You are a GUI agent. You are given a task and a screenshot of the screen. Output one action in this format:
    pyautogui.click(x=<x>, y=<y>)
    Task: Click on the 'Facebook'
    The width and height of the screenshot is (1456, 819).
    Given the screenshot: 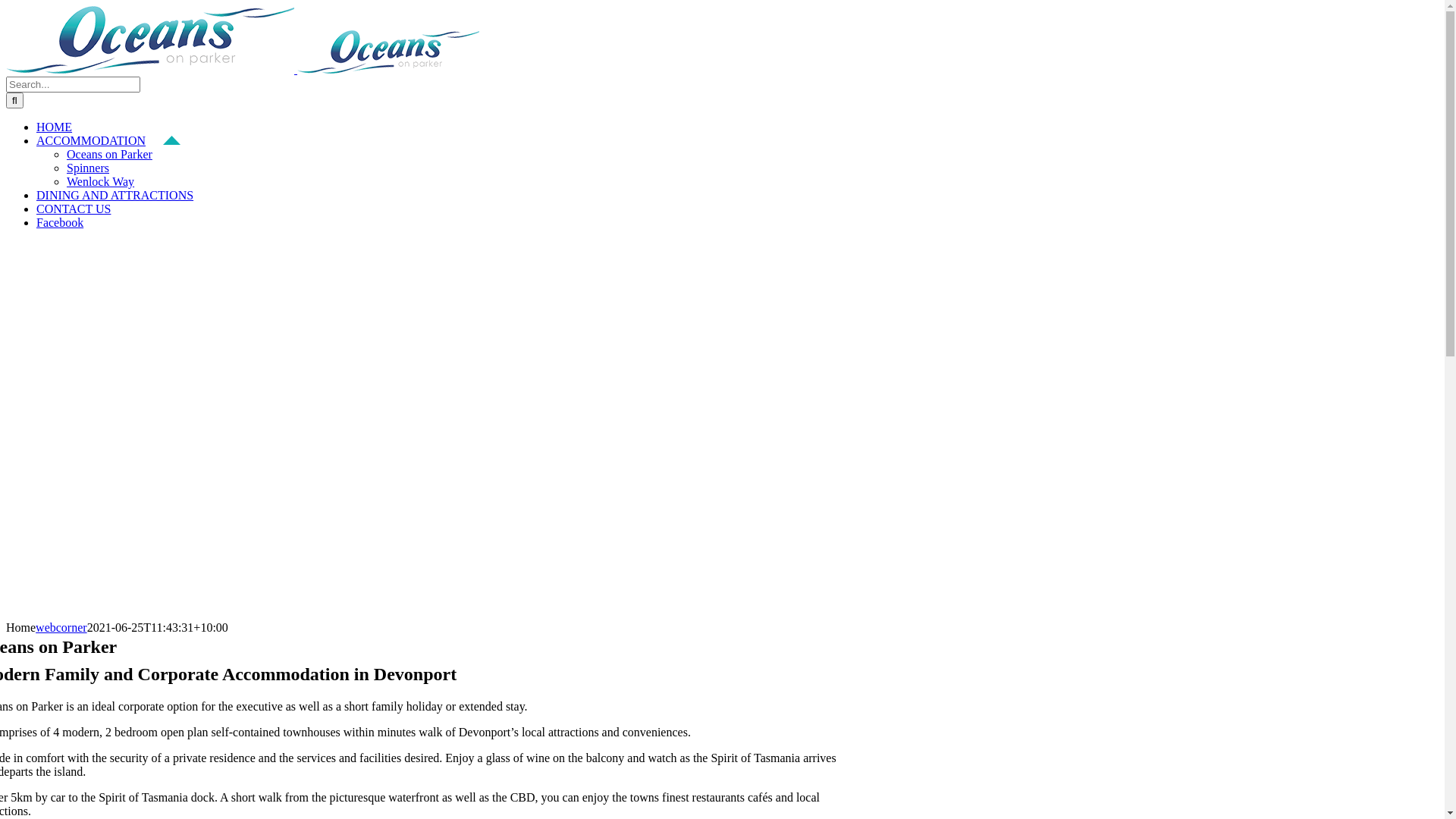 What is the action you would take?
    pyautogui.click(x=67, y=222)
    